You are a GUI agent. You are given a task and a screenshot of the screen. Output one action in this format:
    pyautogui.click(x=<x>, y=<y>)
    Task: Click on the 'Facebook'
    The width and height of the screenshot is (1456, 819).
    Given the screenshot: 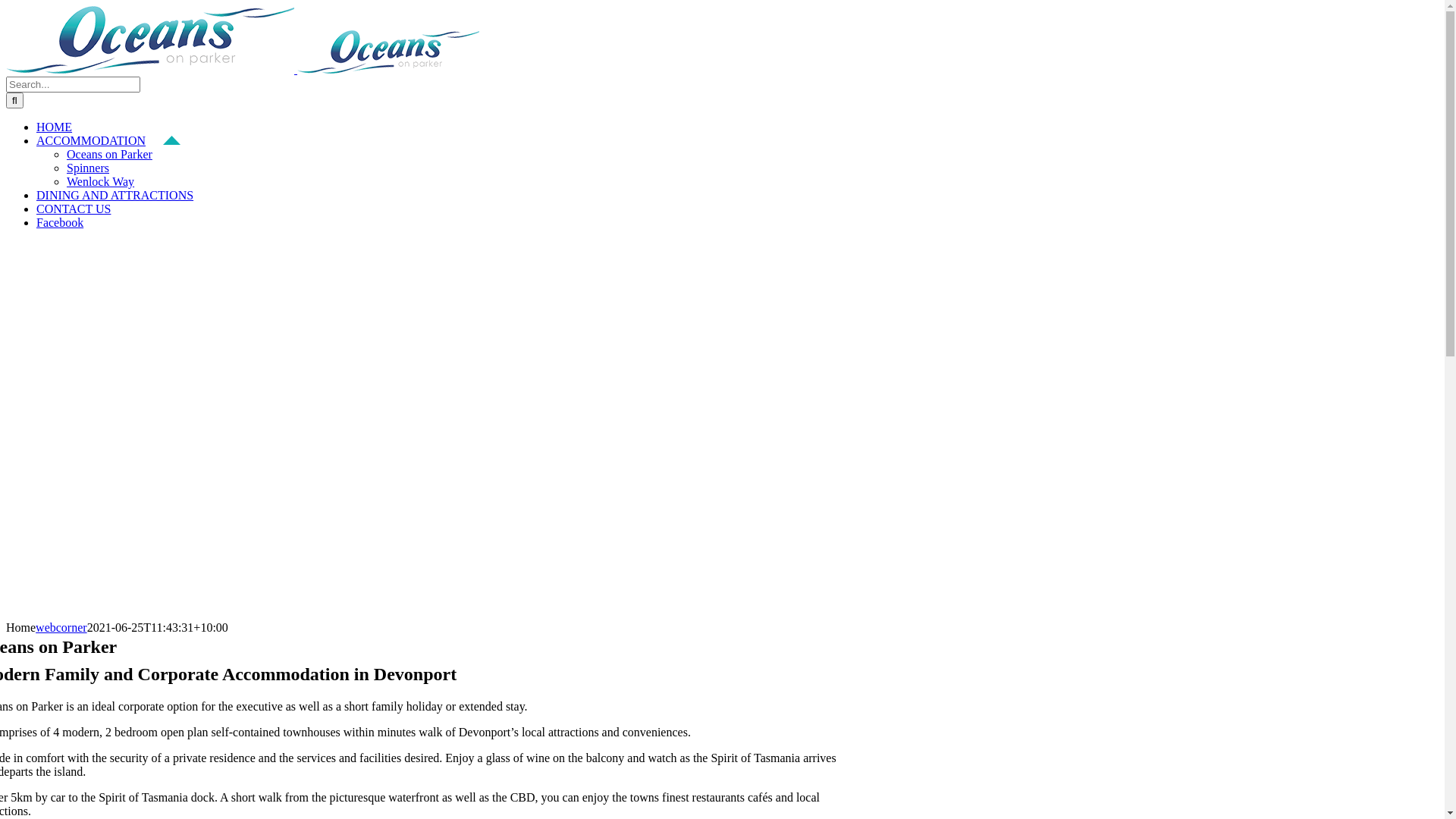 What is the action you would take?
    pyautogui.click(x=67, y=222)
    